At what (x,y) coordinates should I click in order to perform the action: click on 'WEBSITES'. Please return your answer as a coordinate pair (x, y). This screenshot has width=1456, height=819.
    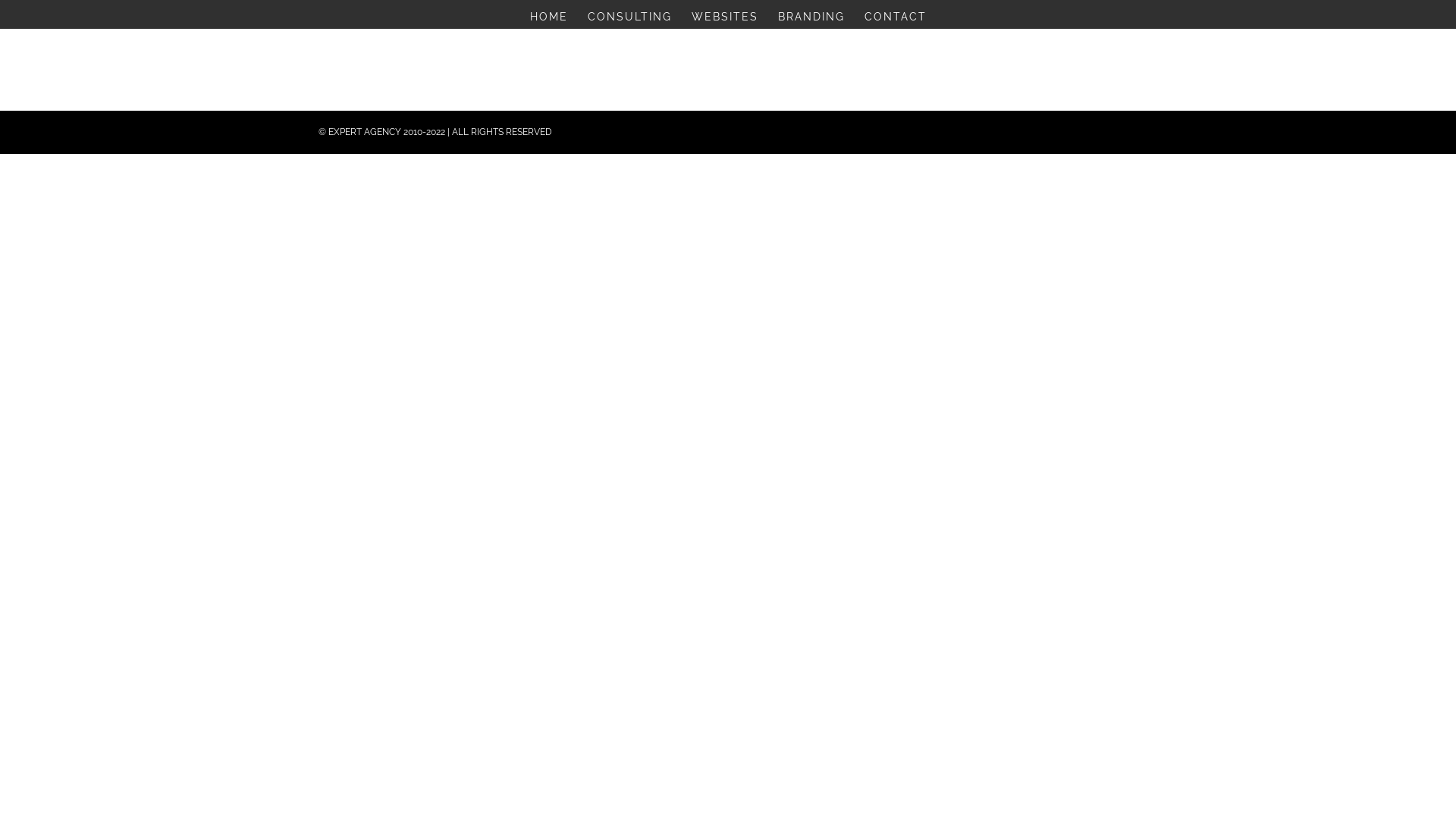
    Looking at the image, I should click on (723, 20).